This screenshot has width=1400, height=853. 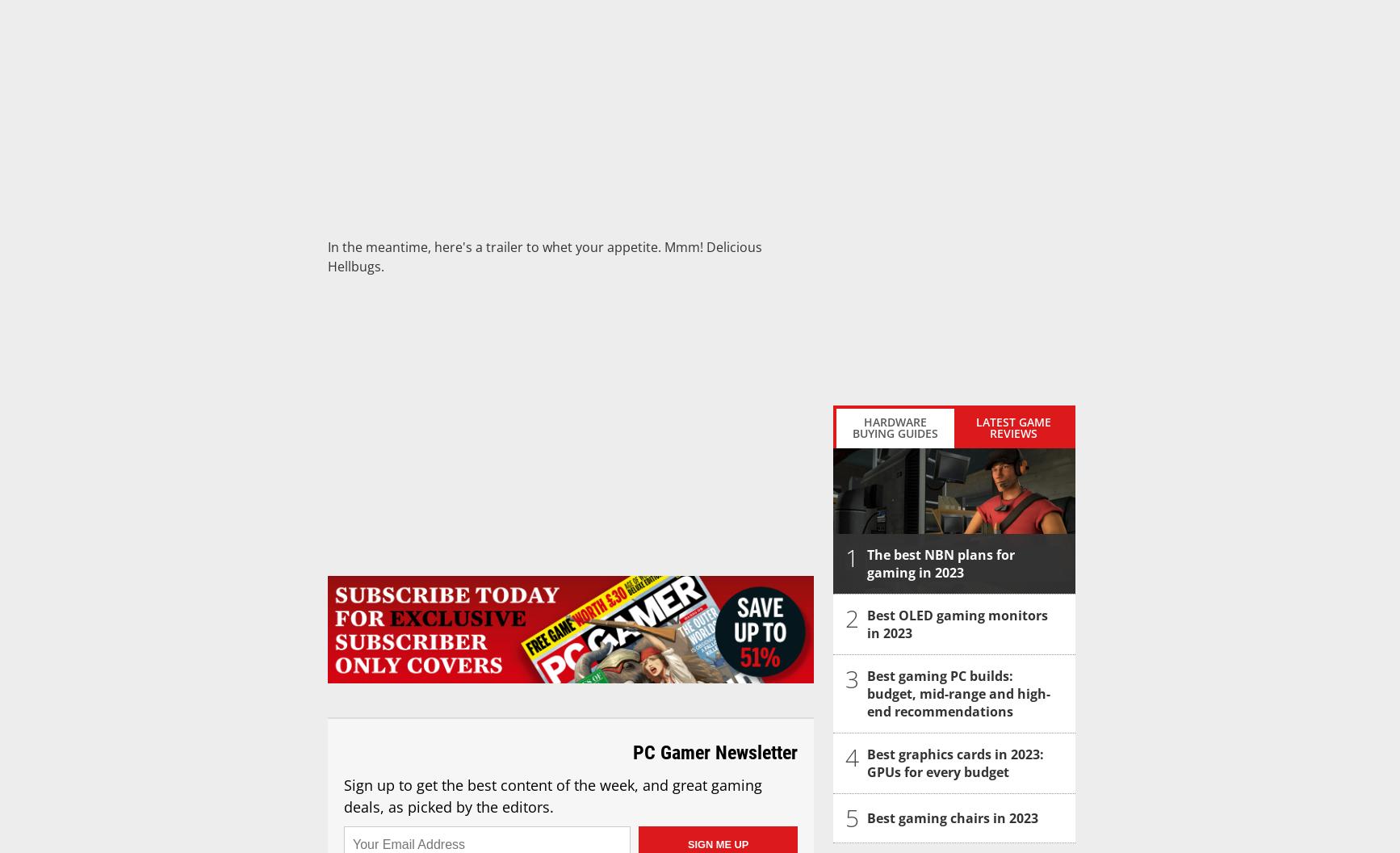 What do you see at coordinates (852, 817) in the screenshot?
I see `'5'` at bounding box center [852, 817].